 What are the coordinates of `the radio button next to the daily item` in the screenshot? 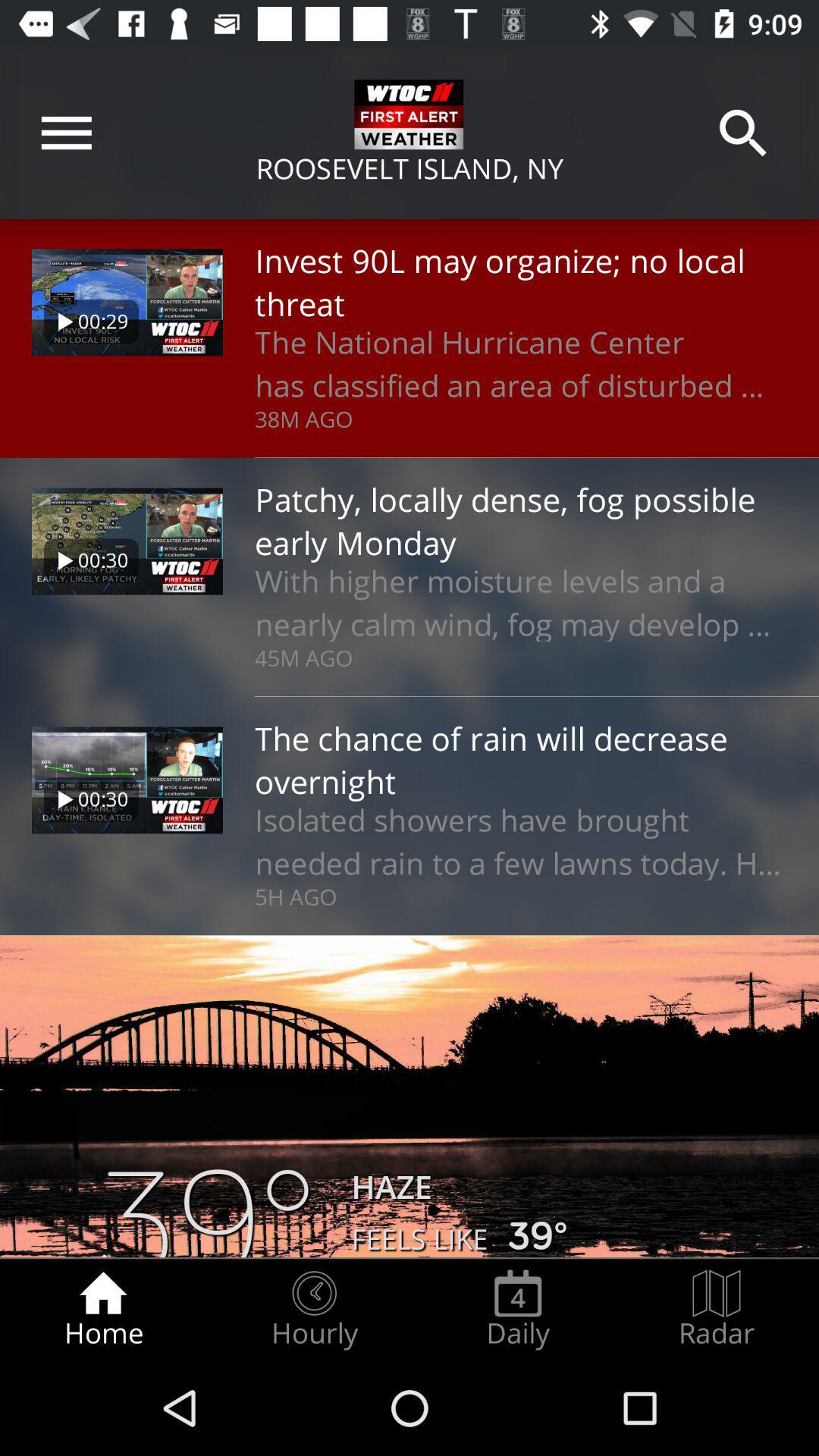 It's located at (313, 1309).